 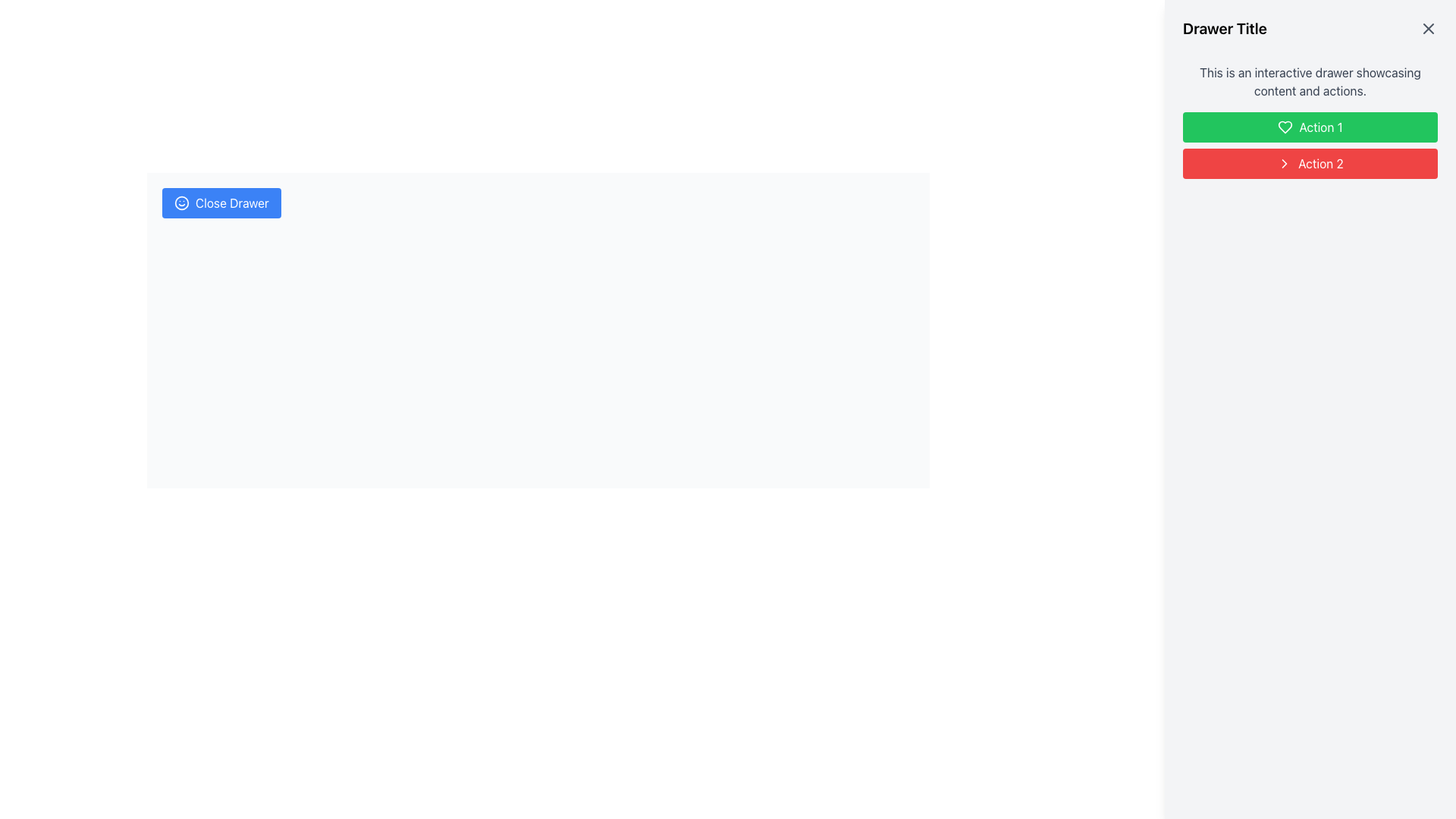 What do you see at coordinates (1427, 29) in the screenshot?
I see `the small, interactive close button with a gray 'X' icon located at the top-right corner of the drawer header` at bounding box center [1427, 29].